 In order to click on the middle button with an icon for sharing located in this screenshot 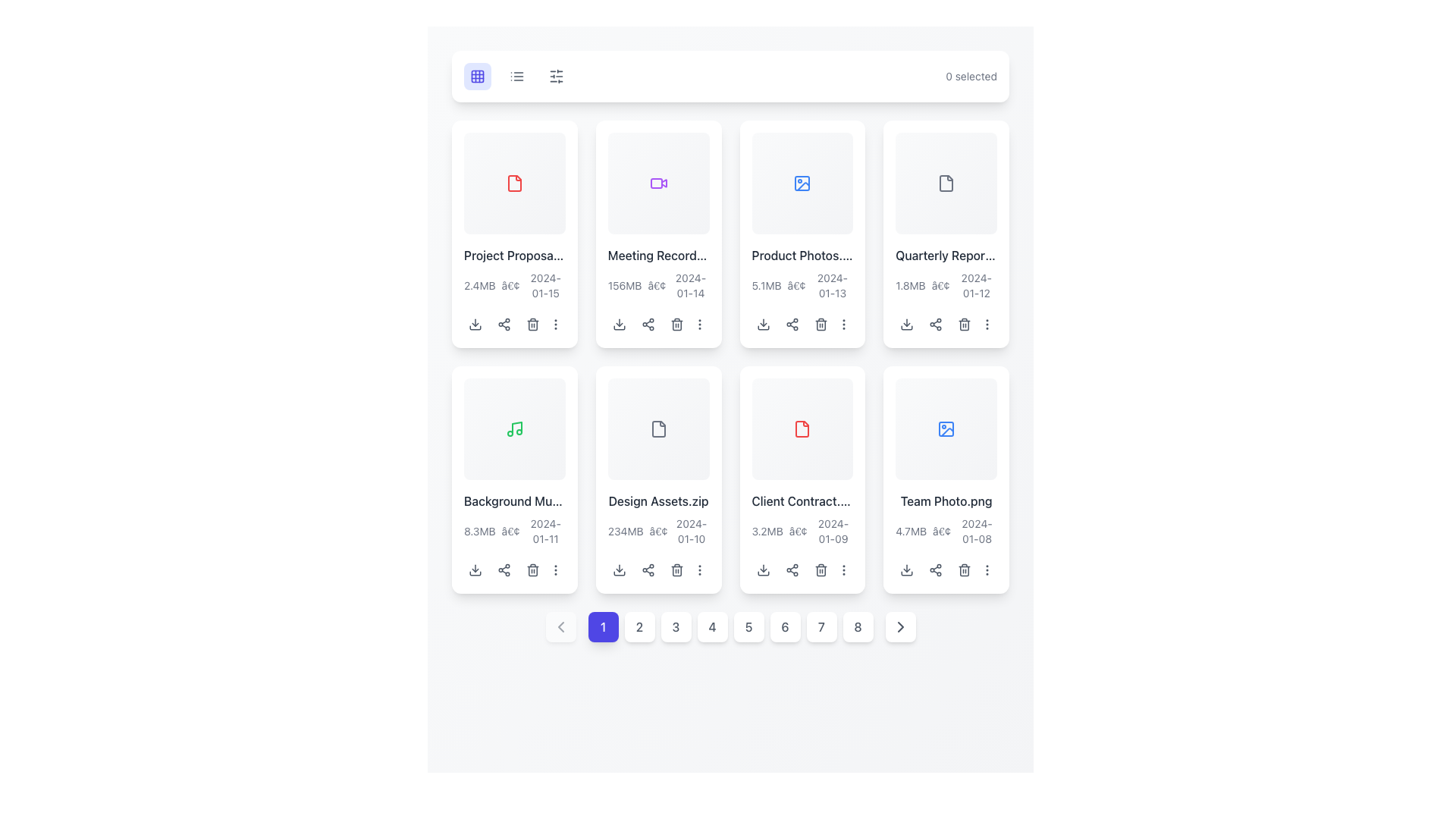, I will do `click(648, 323)`.